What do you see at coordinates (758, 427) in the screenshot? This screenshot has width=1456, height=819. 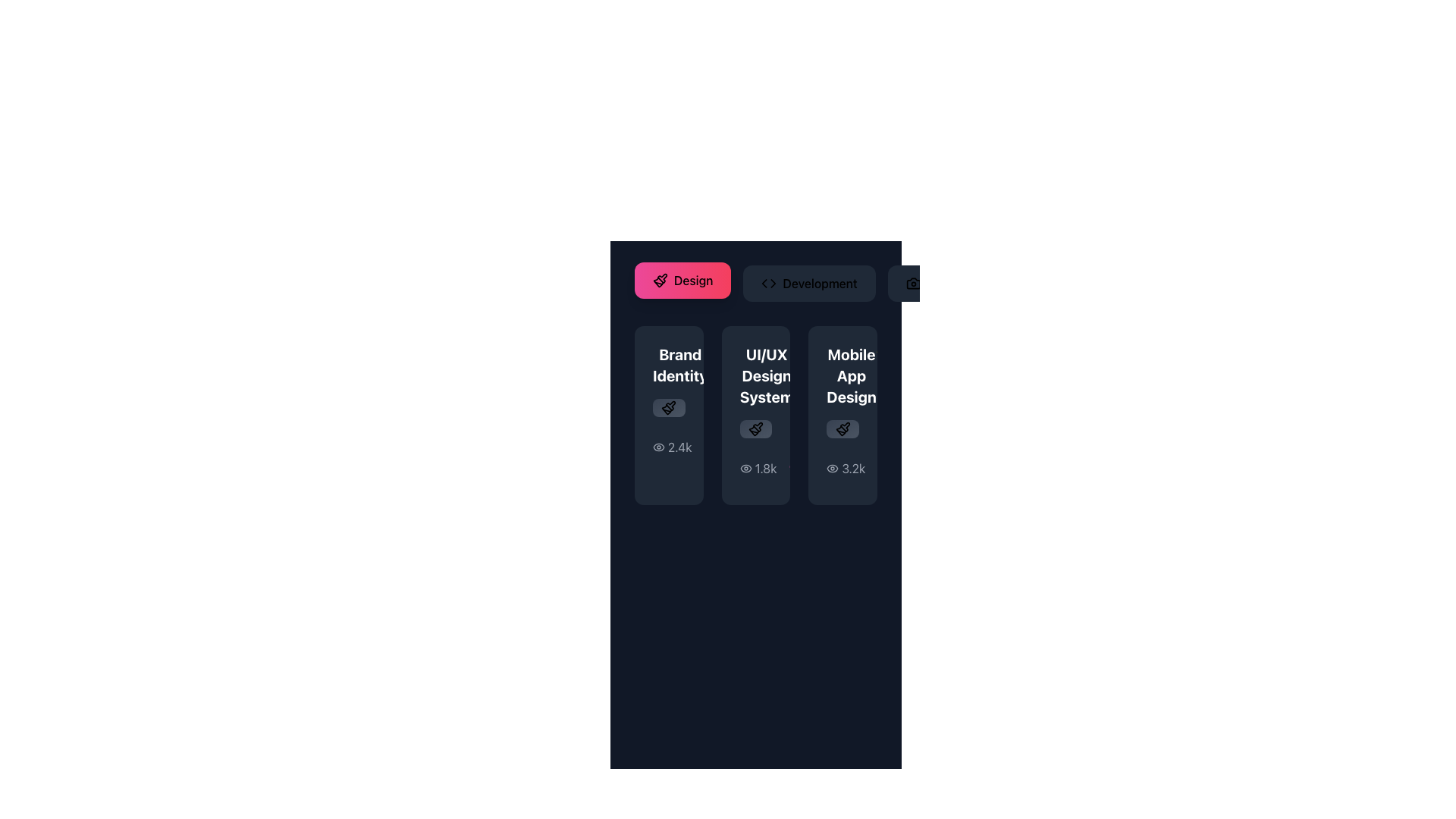 I see `the paintbrush icon located on the second card labeled 'UI/UX Design System' in the 'Design' category` at bounding box center [758, 427].